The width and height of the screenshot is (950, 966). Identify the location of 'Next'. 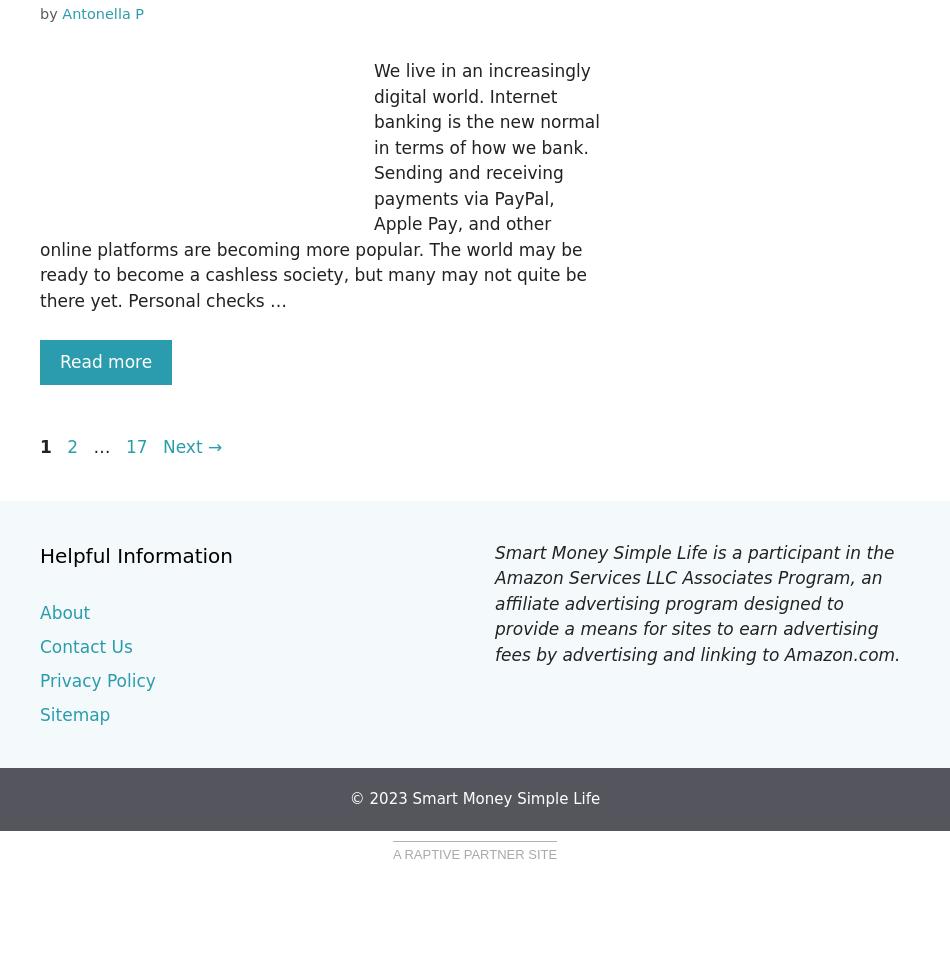
(184, 445).